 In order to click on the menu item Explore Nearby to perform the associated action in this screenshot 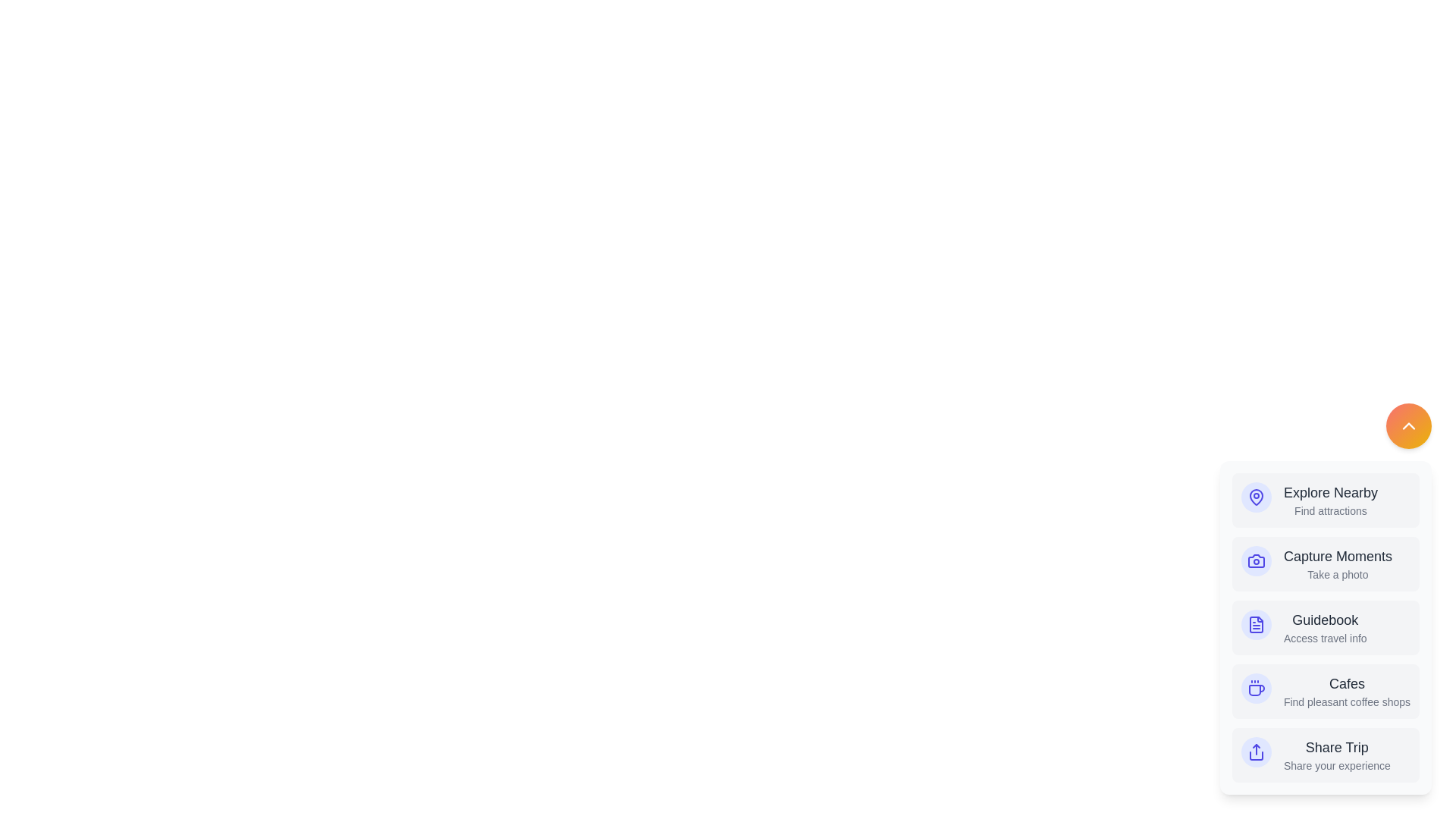, I will do `click(1324, 500)`.